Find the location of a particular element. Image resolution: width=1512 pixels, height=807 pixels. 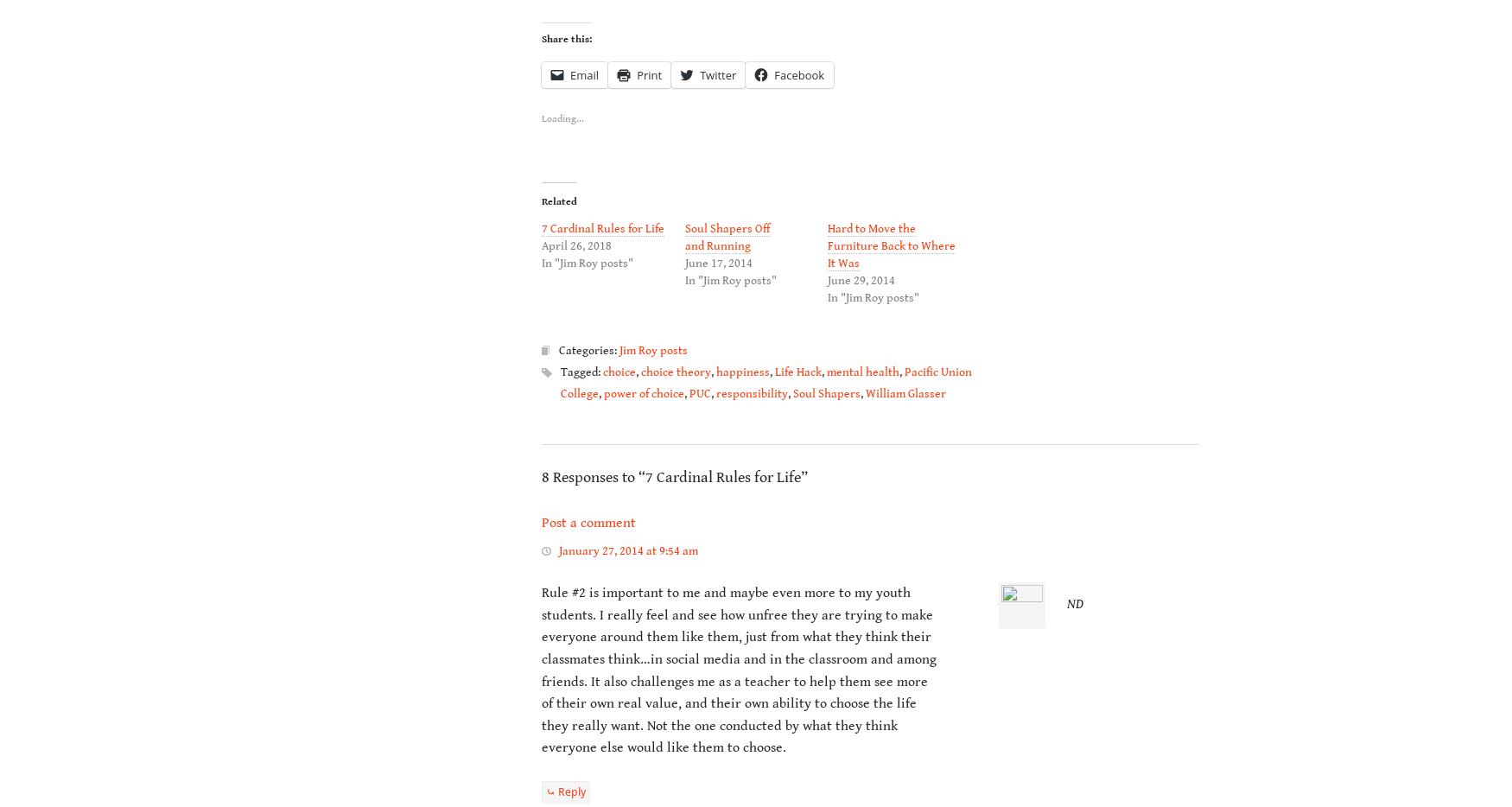

'Reply' is located at coordinates (571, 791).